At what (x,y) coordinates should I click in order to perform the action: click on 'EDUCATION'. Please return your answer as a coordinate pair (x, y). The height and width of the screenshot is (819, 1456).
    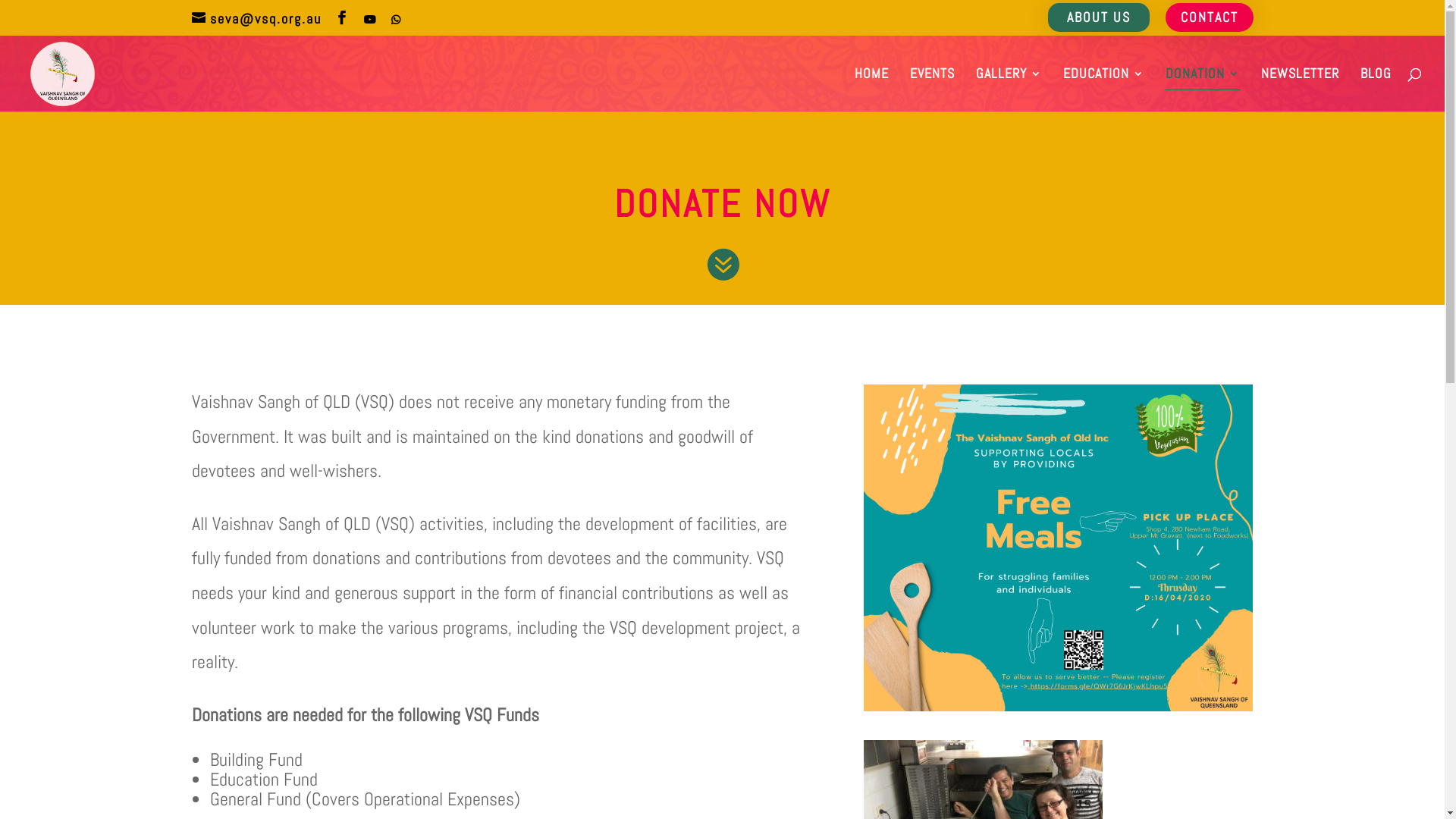
    Looking at the image, I should click on (1103, 89).